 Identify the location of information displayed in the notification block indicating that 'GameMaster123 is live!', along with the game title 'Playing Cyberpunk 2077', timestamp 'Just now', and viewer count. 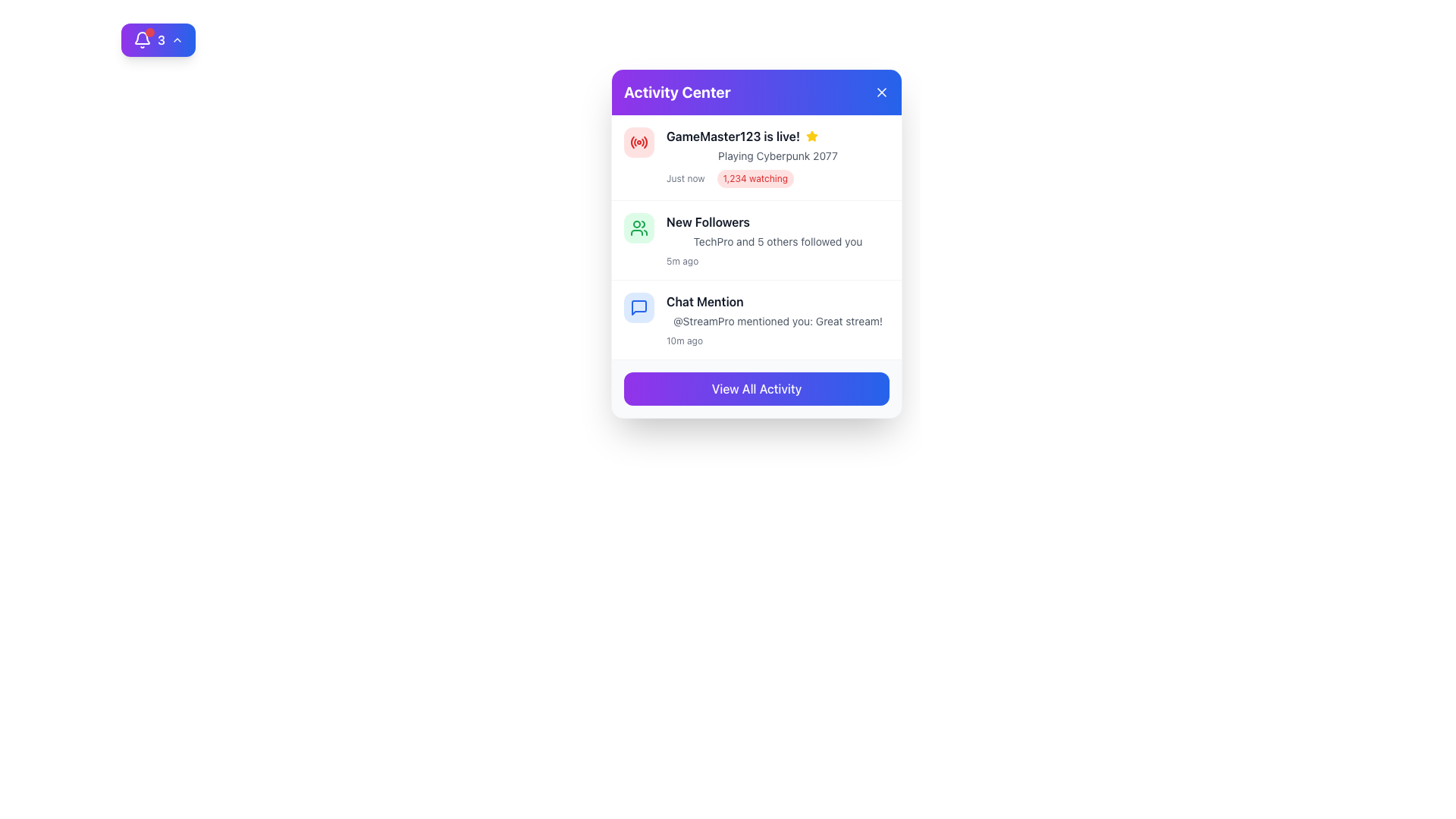
(757, 158).